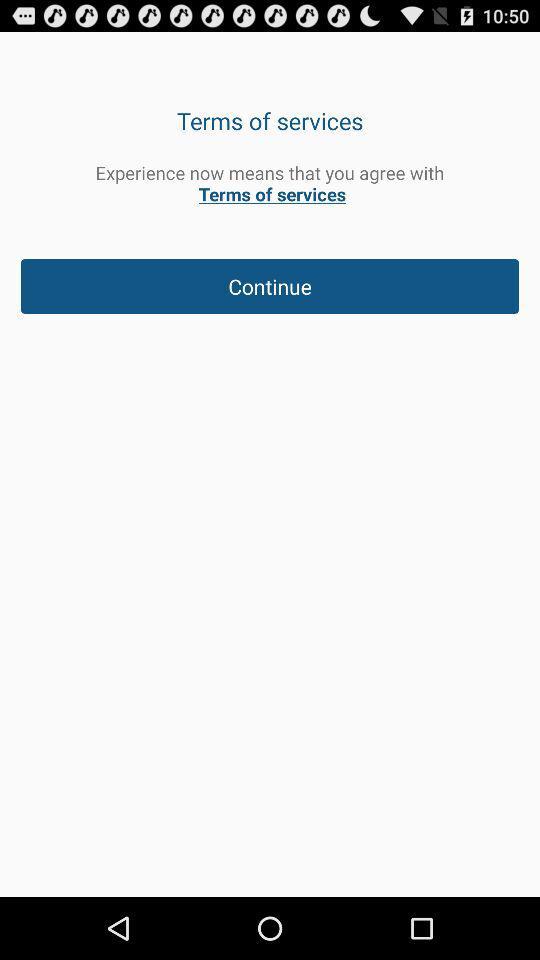 Image resolution: width=540 pixels, height=960 pixels. What do you see at coordinates (270, 183) in the screenshot?
I see `the item above continue item` at bounding box center [270, 183].